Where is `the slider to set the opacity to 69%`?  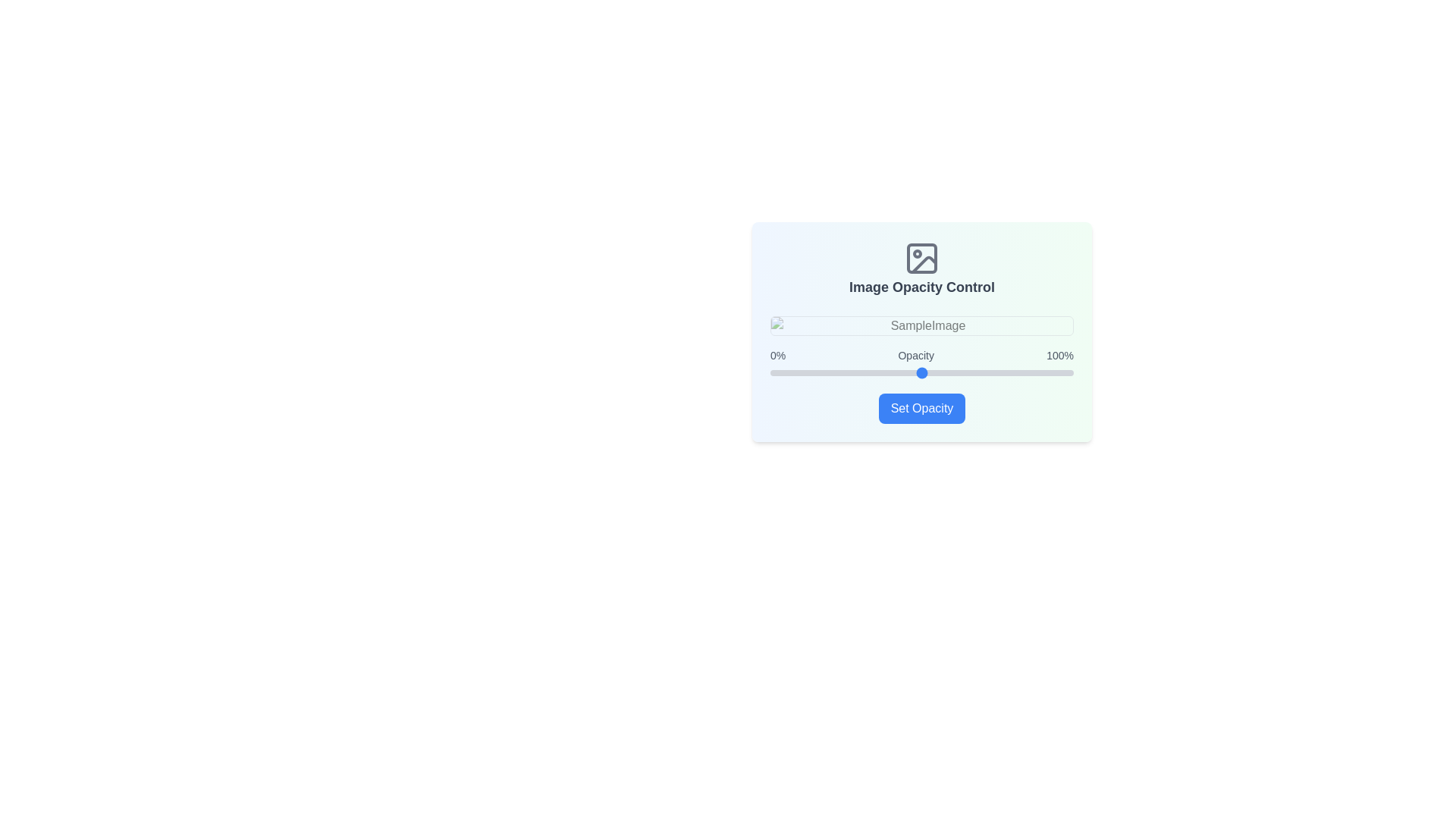
the slider to set the opacity to 69% is located at coordinates (979, 373).